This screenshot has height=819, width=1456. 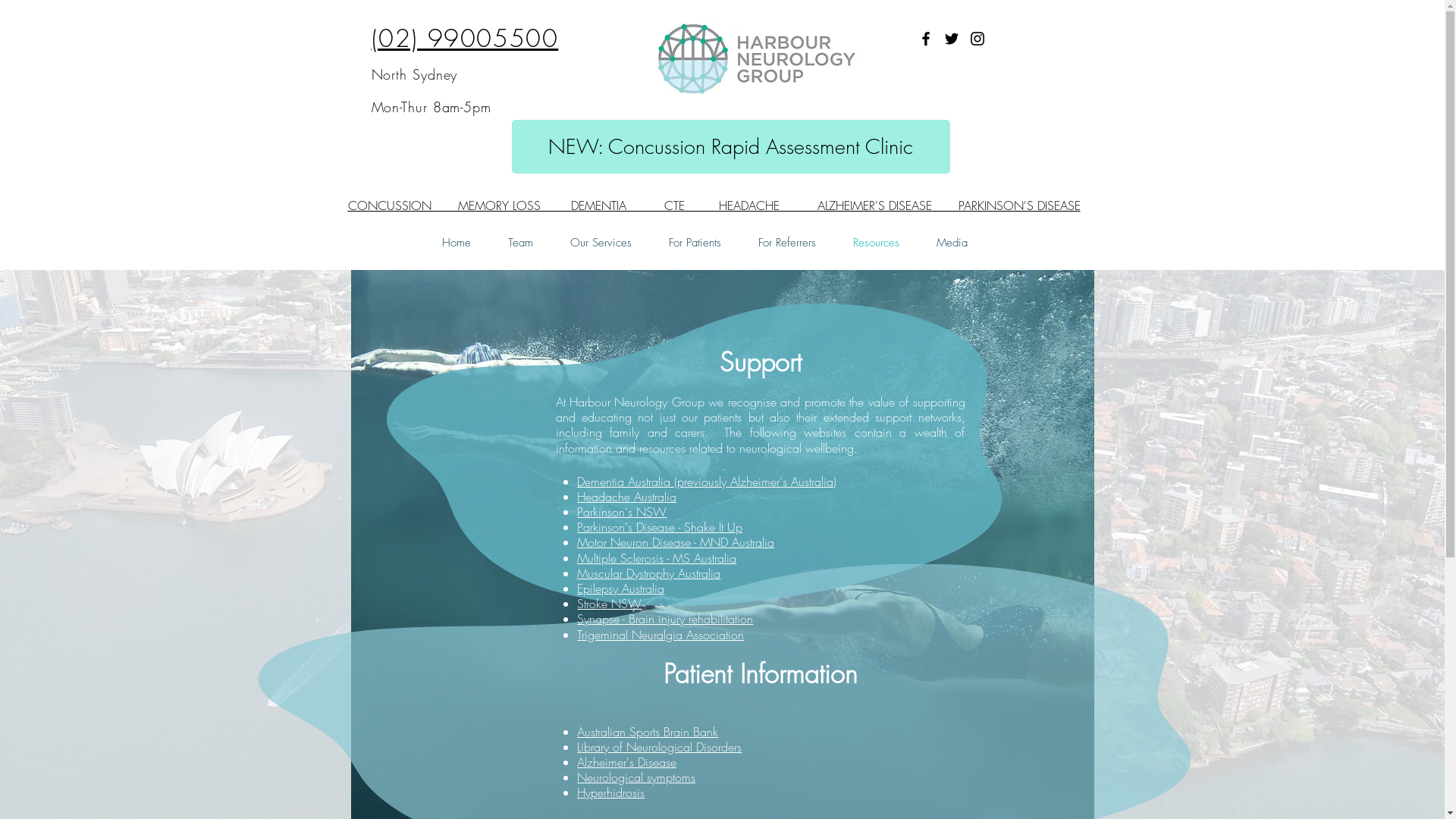 I want to click on 'Media', so click(x=950, y=242).